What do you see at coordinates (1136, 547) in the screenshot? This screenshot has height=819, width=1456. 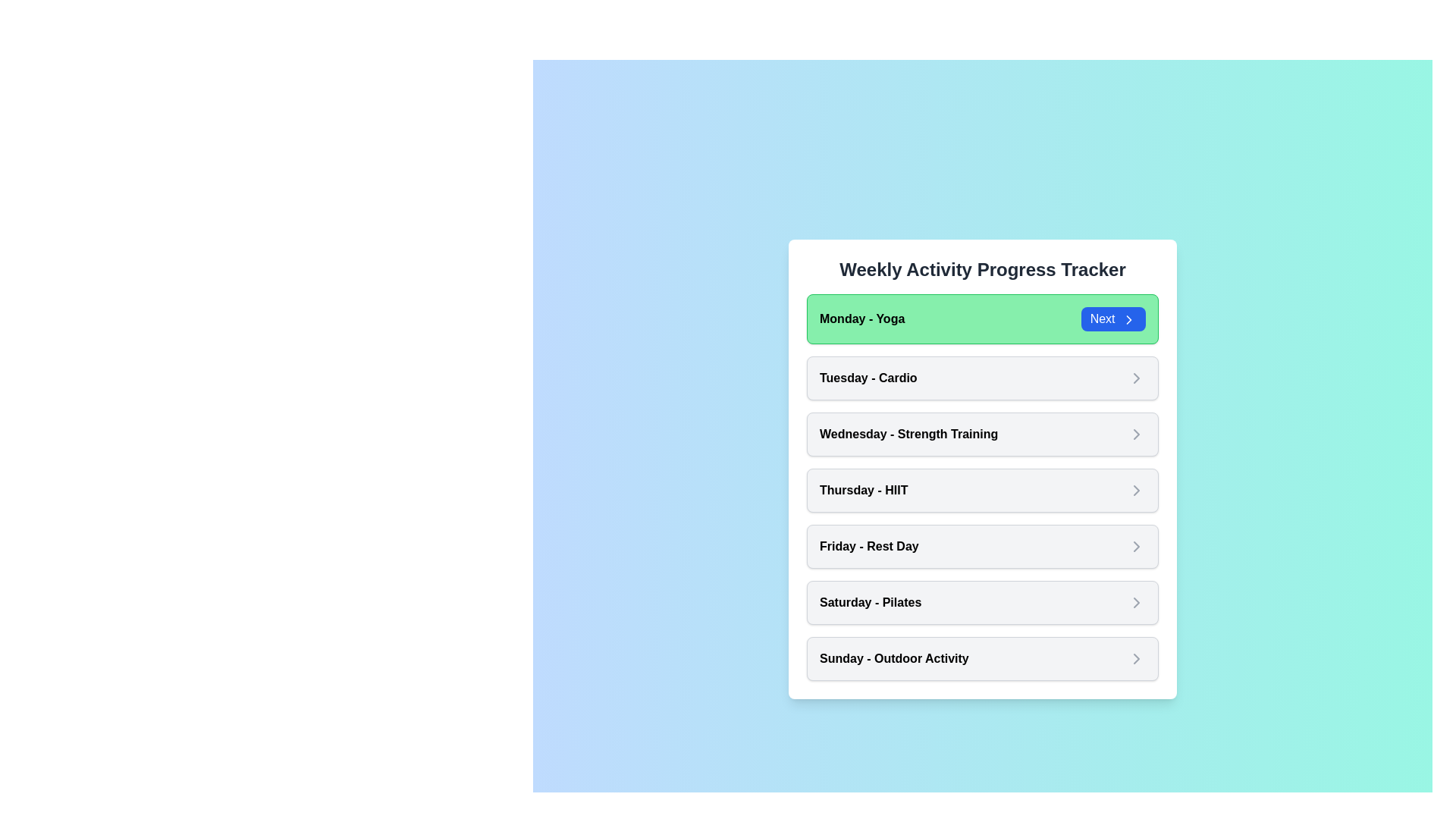 I see `the right-facing chevron icon within the 'Next' button` at bounding box center [1136, 547].